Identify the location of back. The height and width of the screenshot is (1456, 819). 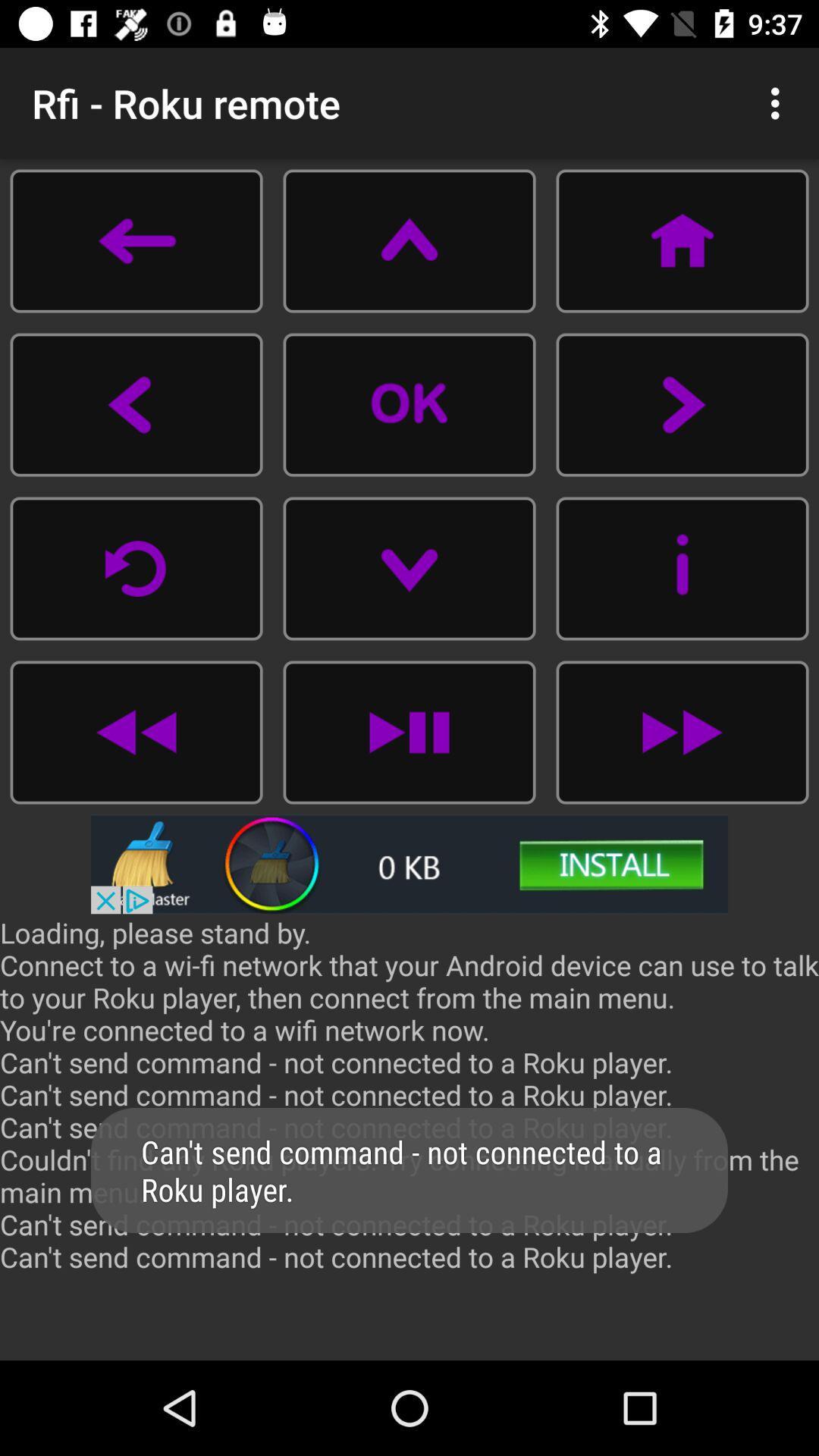
(136, 732).